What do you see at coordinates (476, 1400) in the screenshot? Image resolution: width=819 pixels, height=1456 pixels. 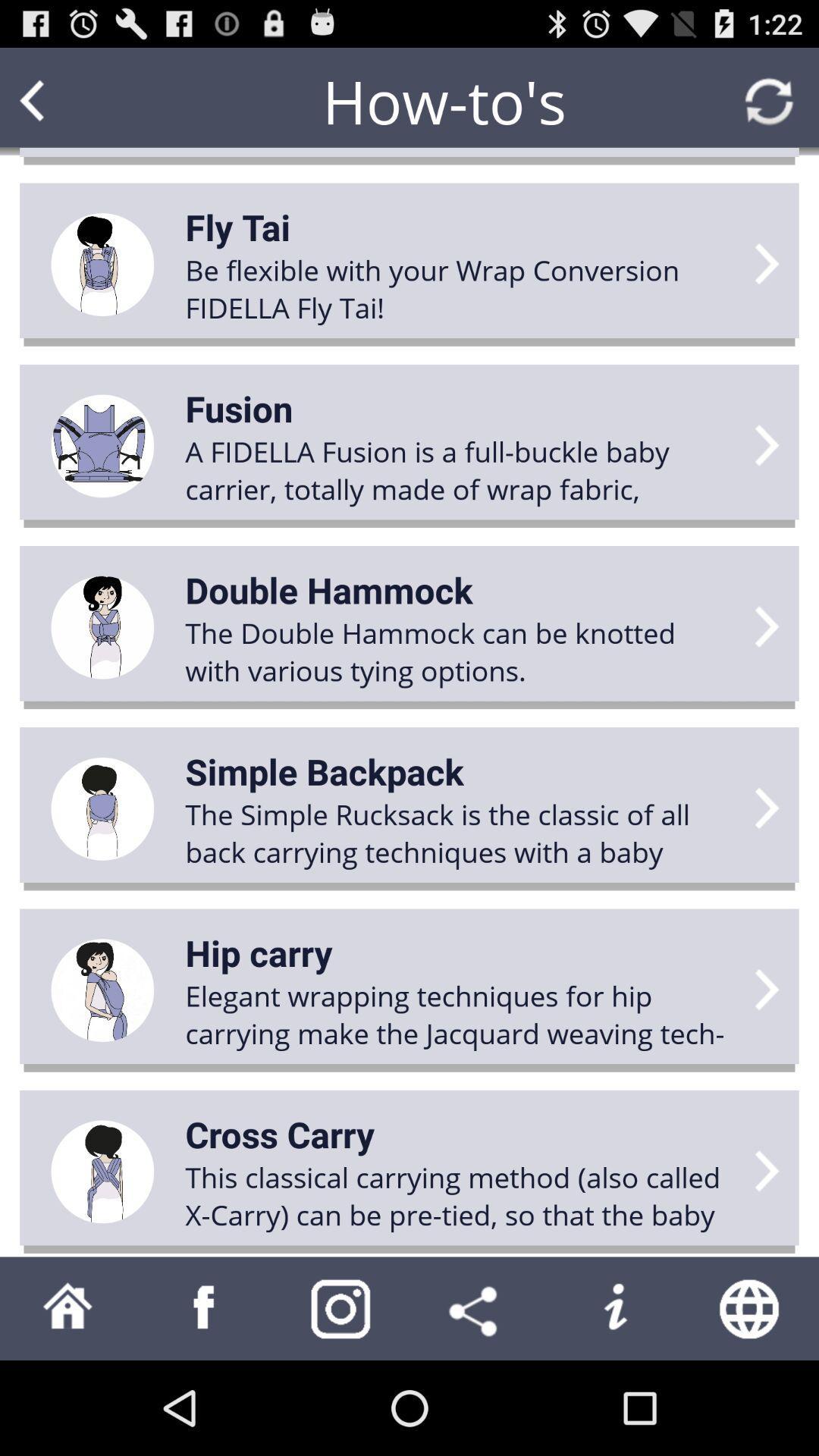 I see `the share icon` at bounding box center [476, 1400].